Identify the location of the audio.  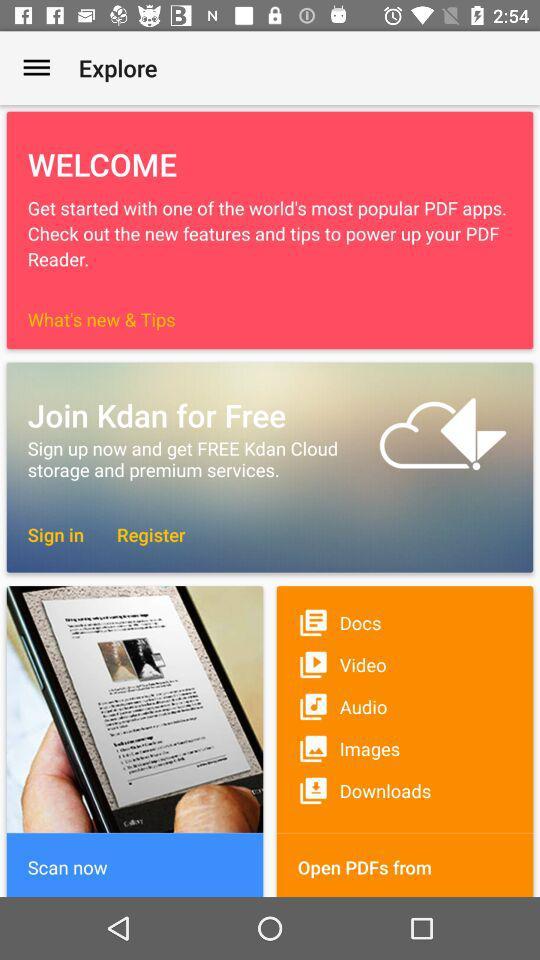
(405, 706).